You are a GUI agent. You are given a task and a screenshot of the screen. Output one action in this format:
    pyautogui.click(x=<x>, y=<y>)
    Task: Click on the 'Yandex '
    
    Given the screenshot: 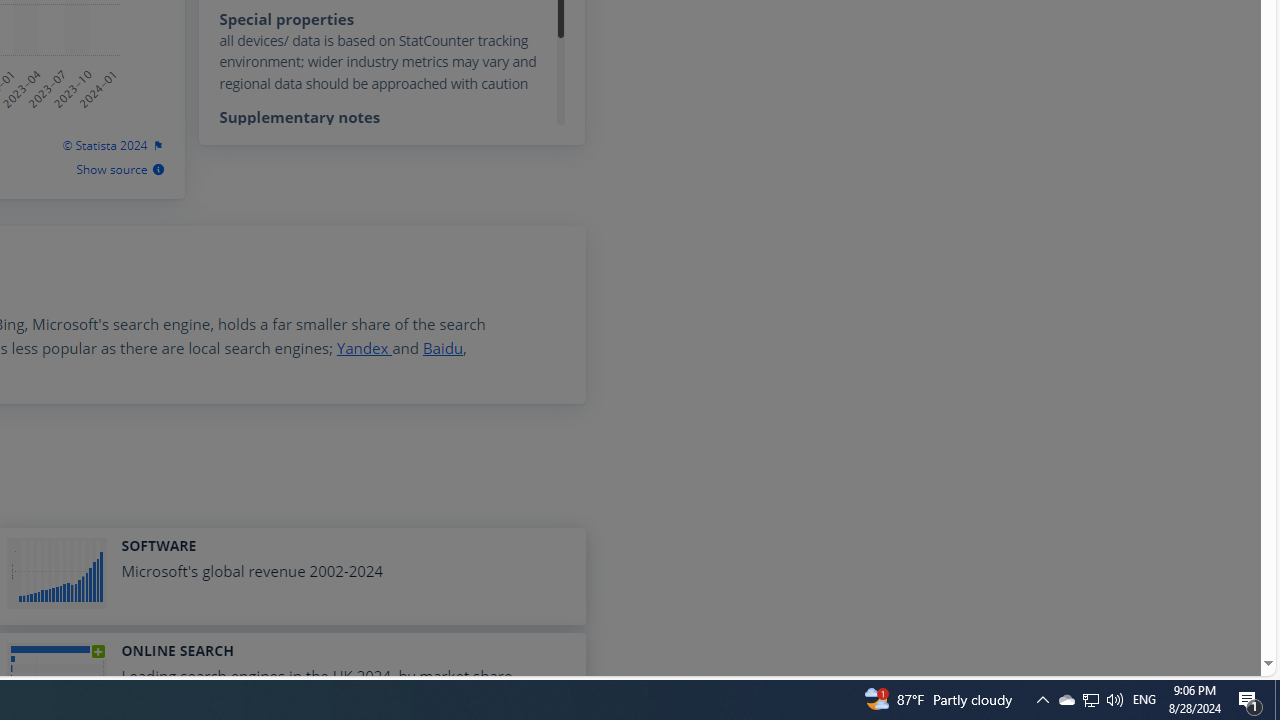 What is the action you would take?
    pyautogui.click(x=364, y=347)
    